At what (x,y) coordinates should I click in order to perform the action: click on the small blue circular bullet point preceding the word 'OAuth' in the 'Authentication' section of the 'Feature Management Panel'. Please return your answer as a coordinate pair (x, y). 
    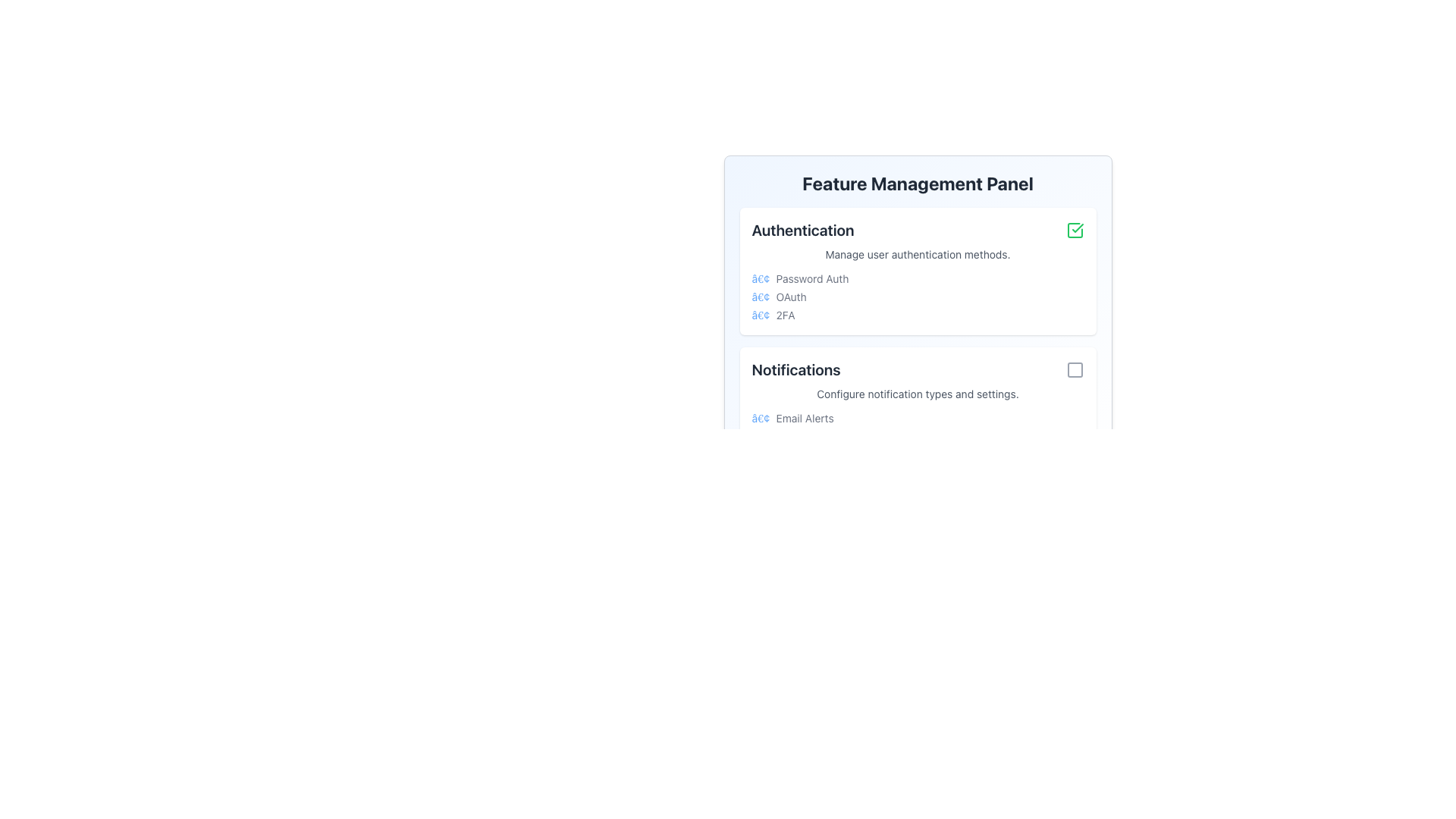
    Looking at the image, I should click on (761, 297).